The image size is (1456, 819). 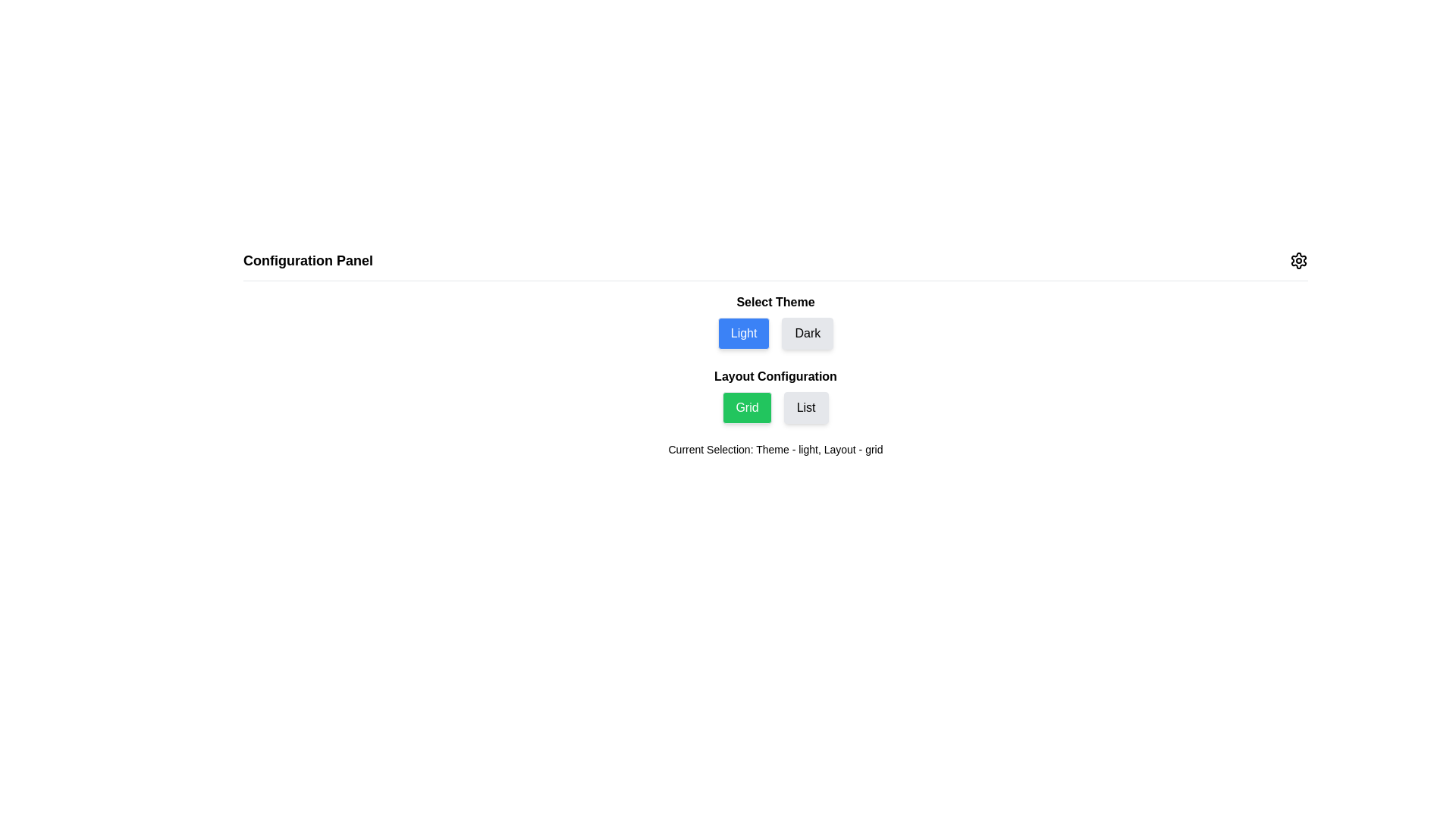 I want to click on the 'Layout Configuration' label which is a bold text element located between the 'Select Theme' section and the 'Grid' and 'List' buttons, so click(x=775, y=376).